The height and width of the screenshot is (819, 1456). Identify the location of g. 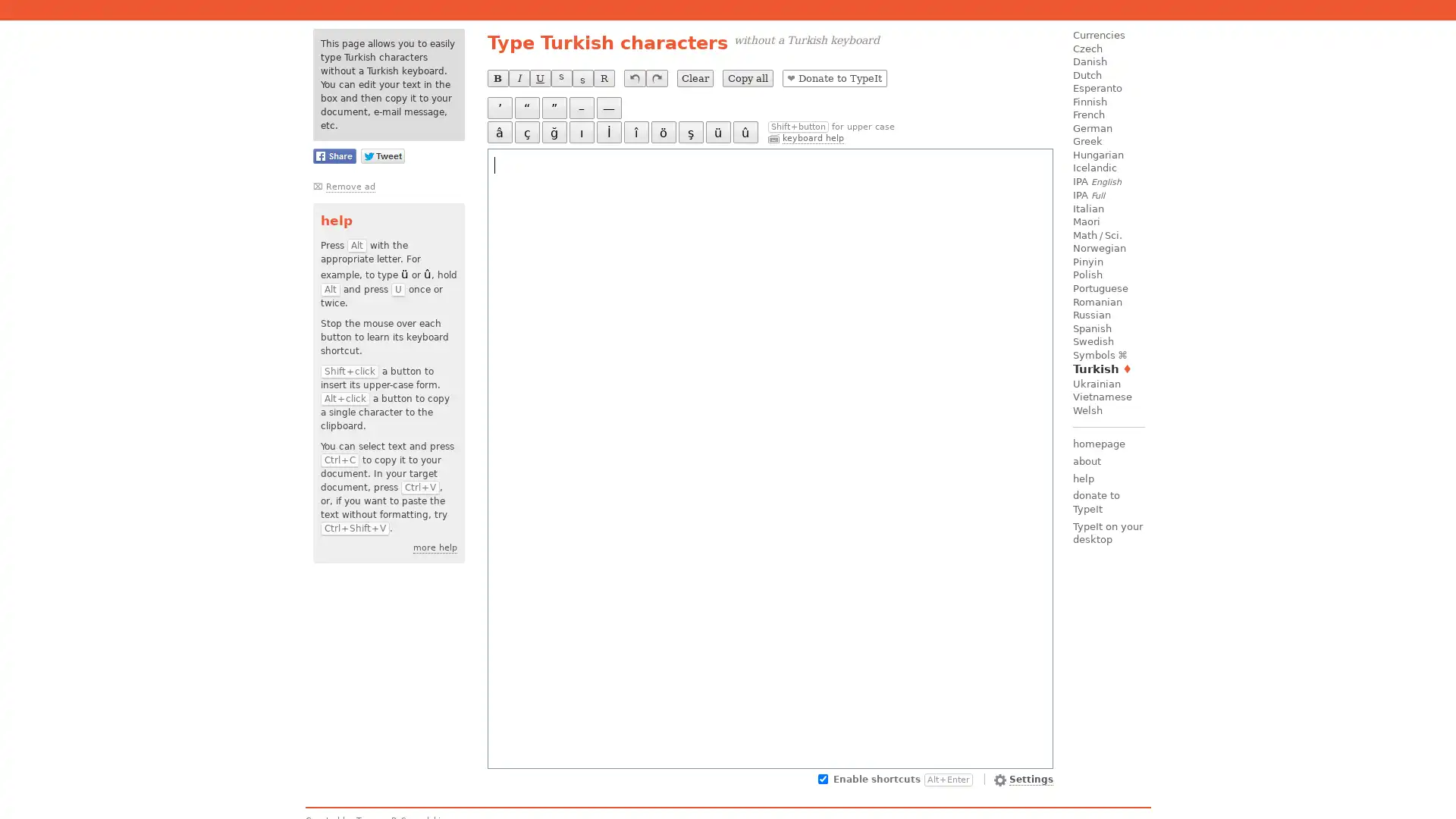
(553, 131).